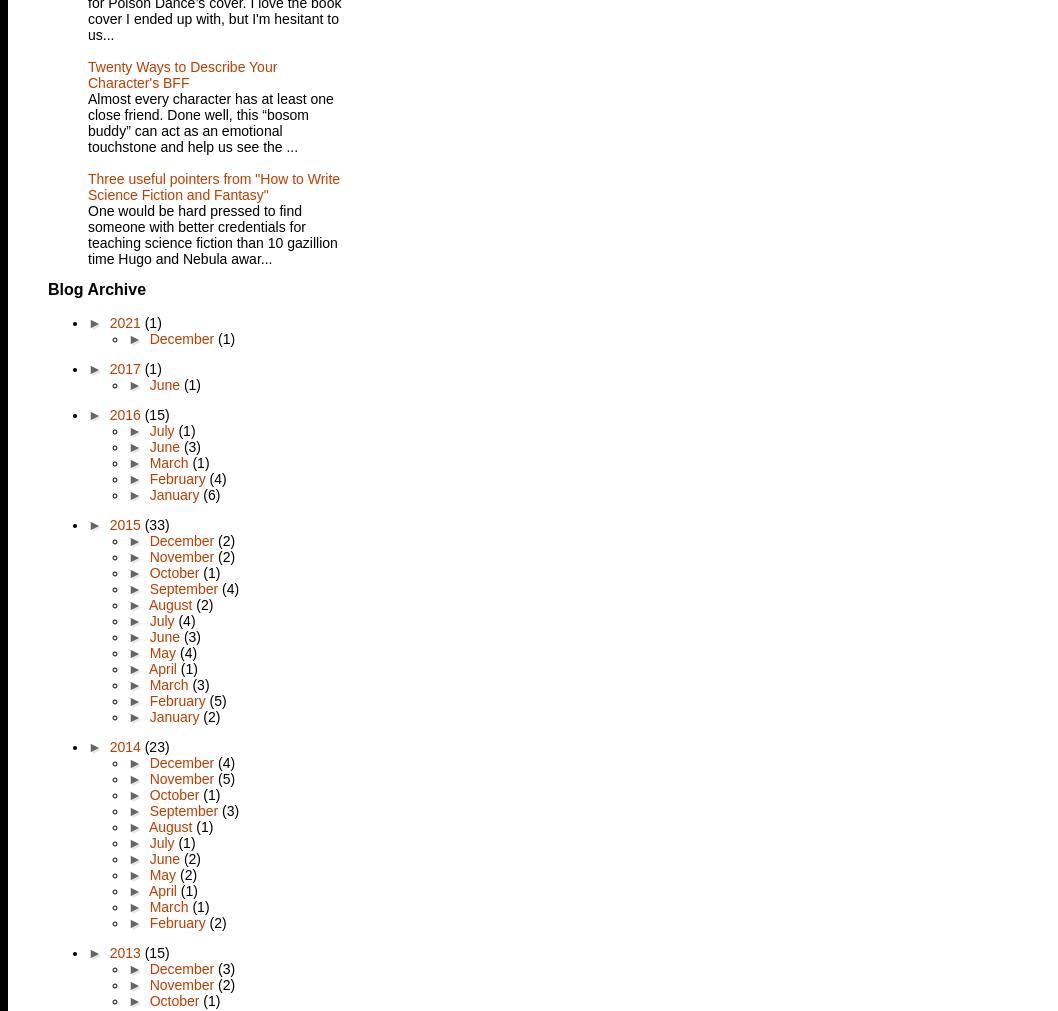 This screenshot has height=1011, width=1058. Describe the element at coordinates (155, 746) in the screenshot. I see `'(23)'` at that location.